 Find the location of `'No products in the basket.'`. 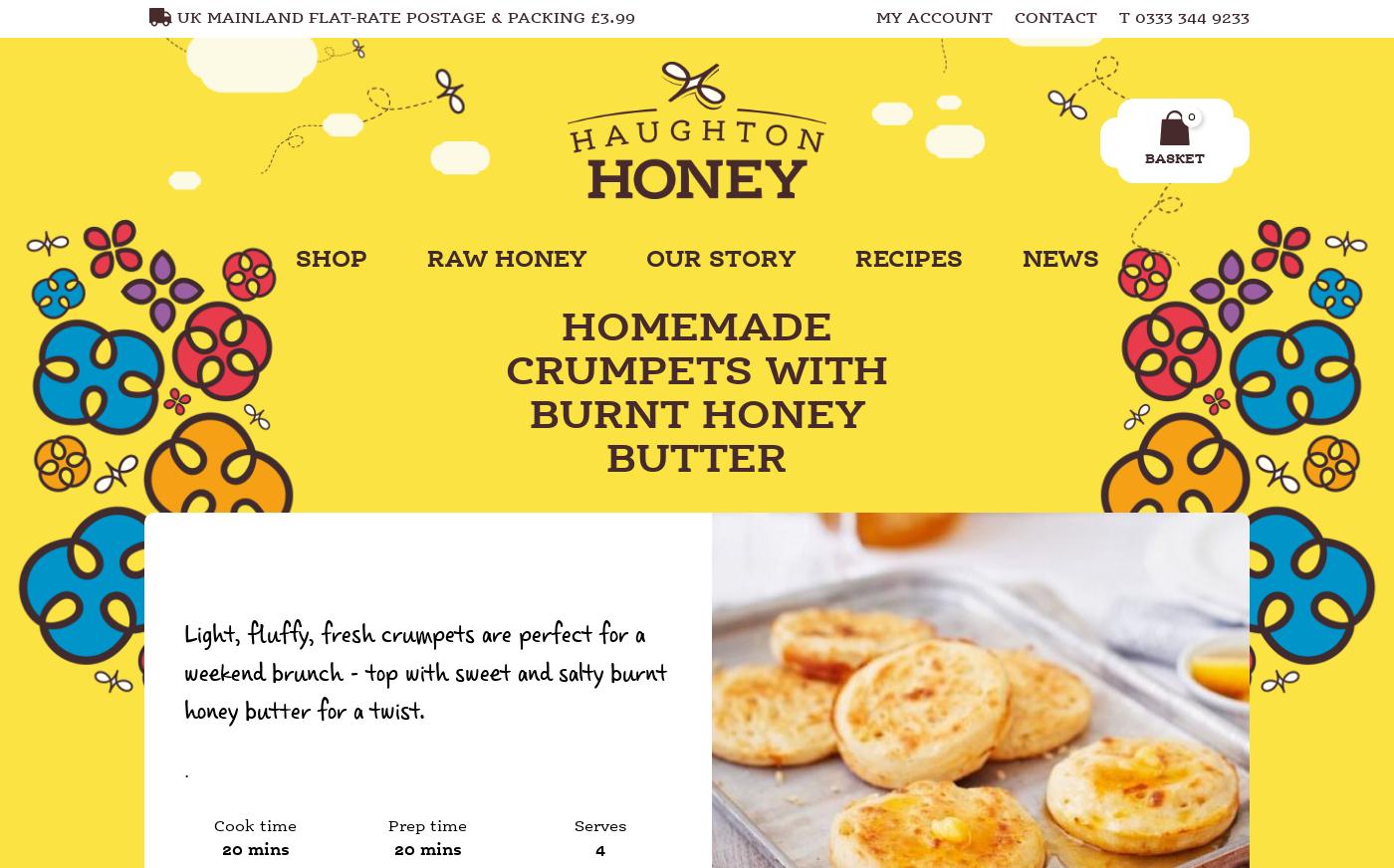

'No products in the basket.' is located at coordinates (1087, 208).